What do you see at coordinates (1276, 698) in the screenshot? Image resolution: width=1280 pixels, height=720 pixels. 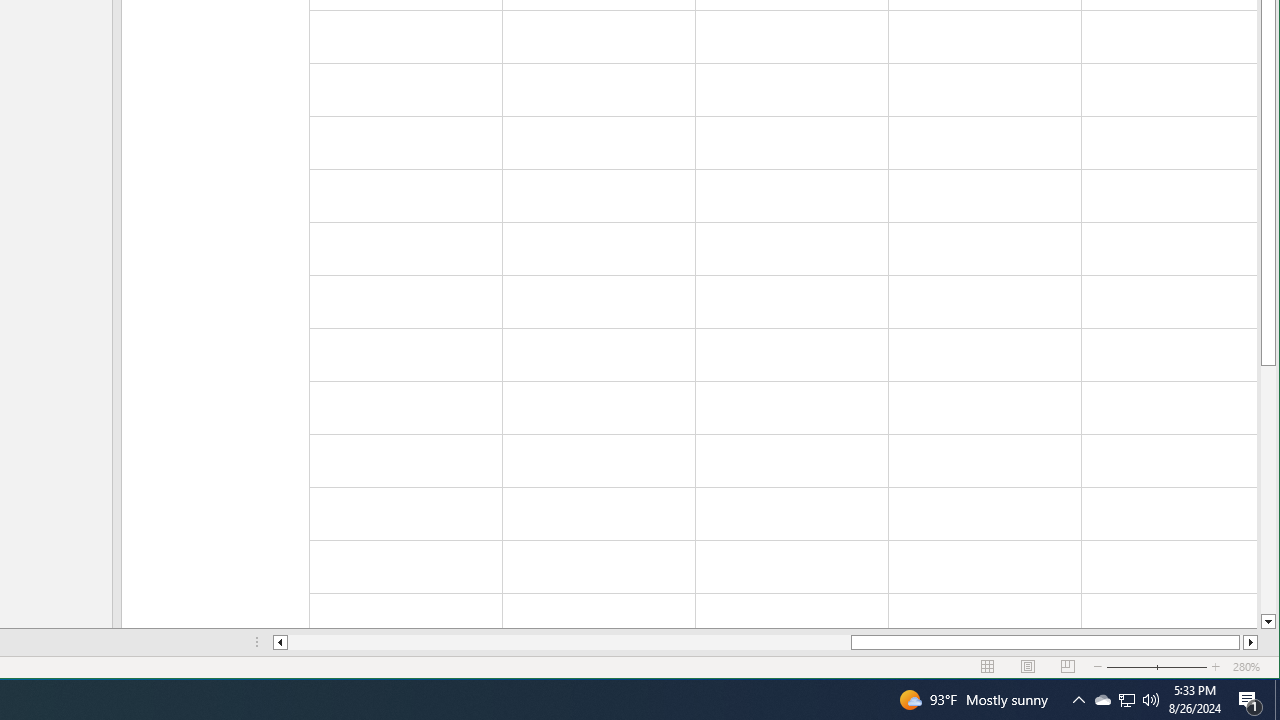 I see `'Show desktop'` at bounding box center [1276, 698].